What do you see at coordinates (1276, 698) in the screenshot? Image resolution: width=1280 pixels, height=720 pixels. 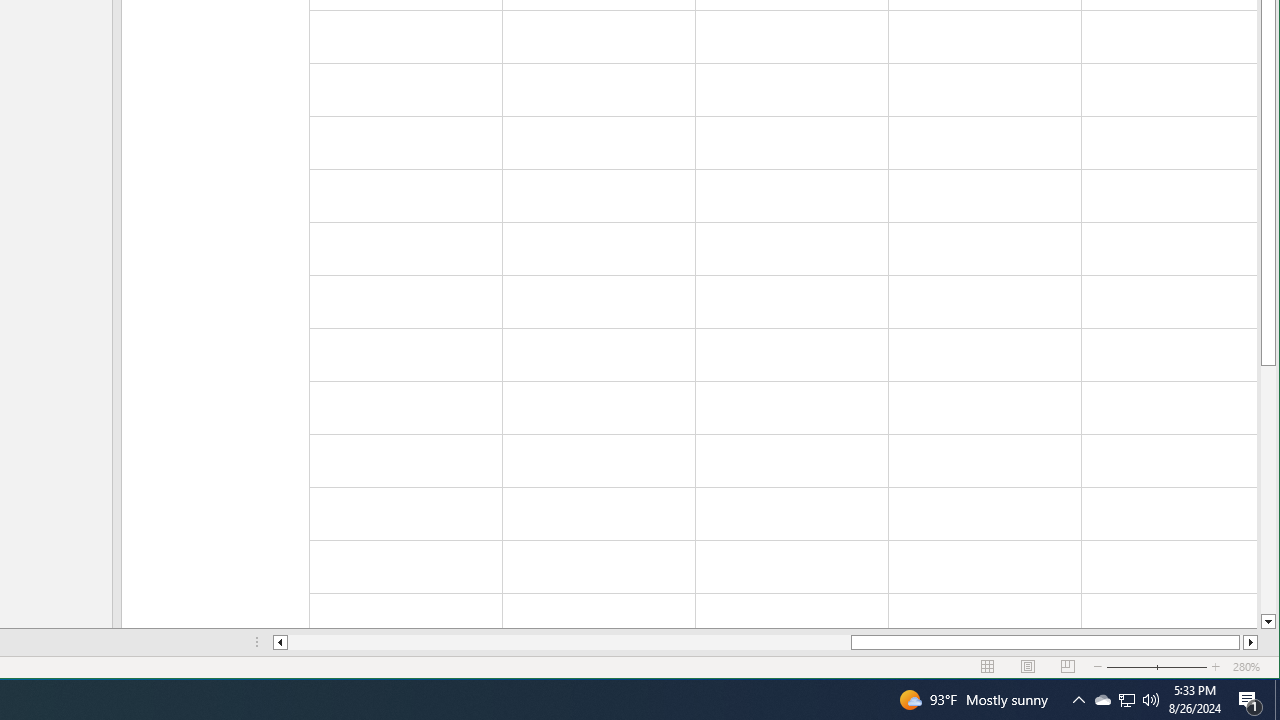 I see `'Show desktop'` at bounding box center [1276, 698].